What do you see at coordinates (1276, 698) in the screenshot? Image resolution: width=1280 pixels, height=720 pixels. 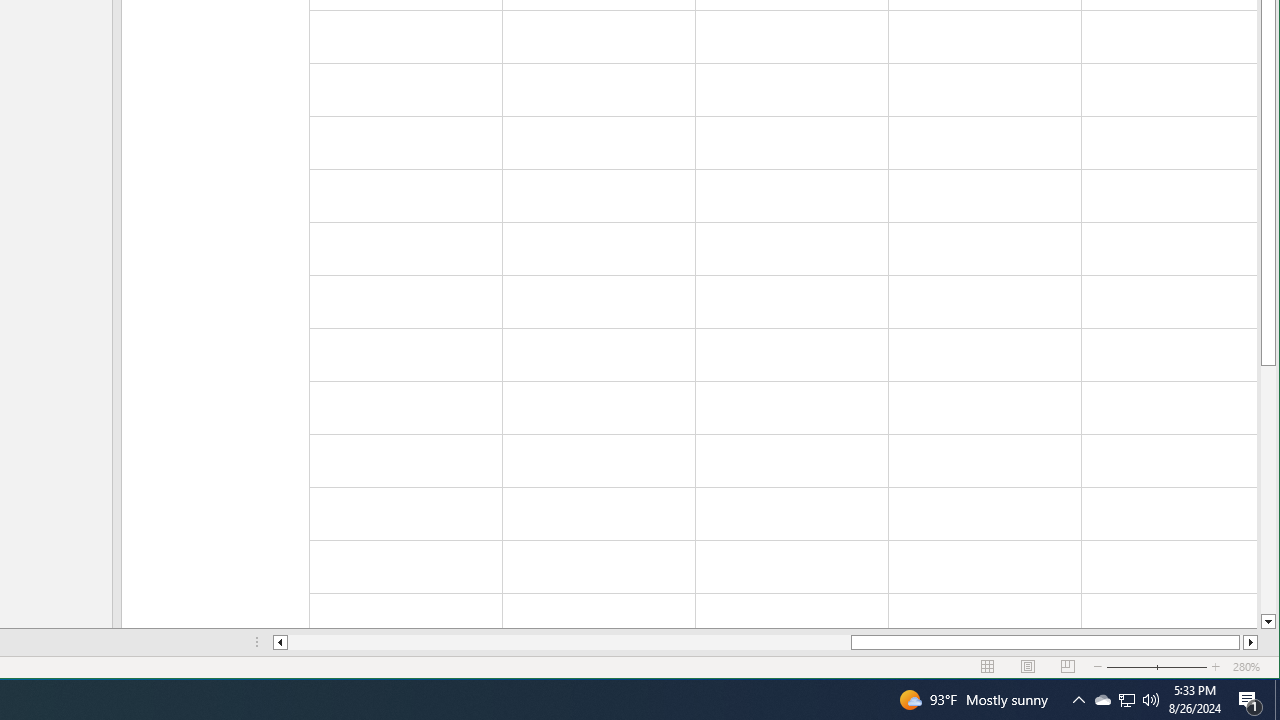 I see `'Show desktop'` at bounding box center [1276, 698].